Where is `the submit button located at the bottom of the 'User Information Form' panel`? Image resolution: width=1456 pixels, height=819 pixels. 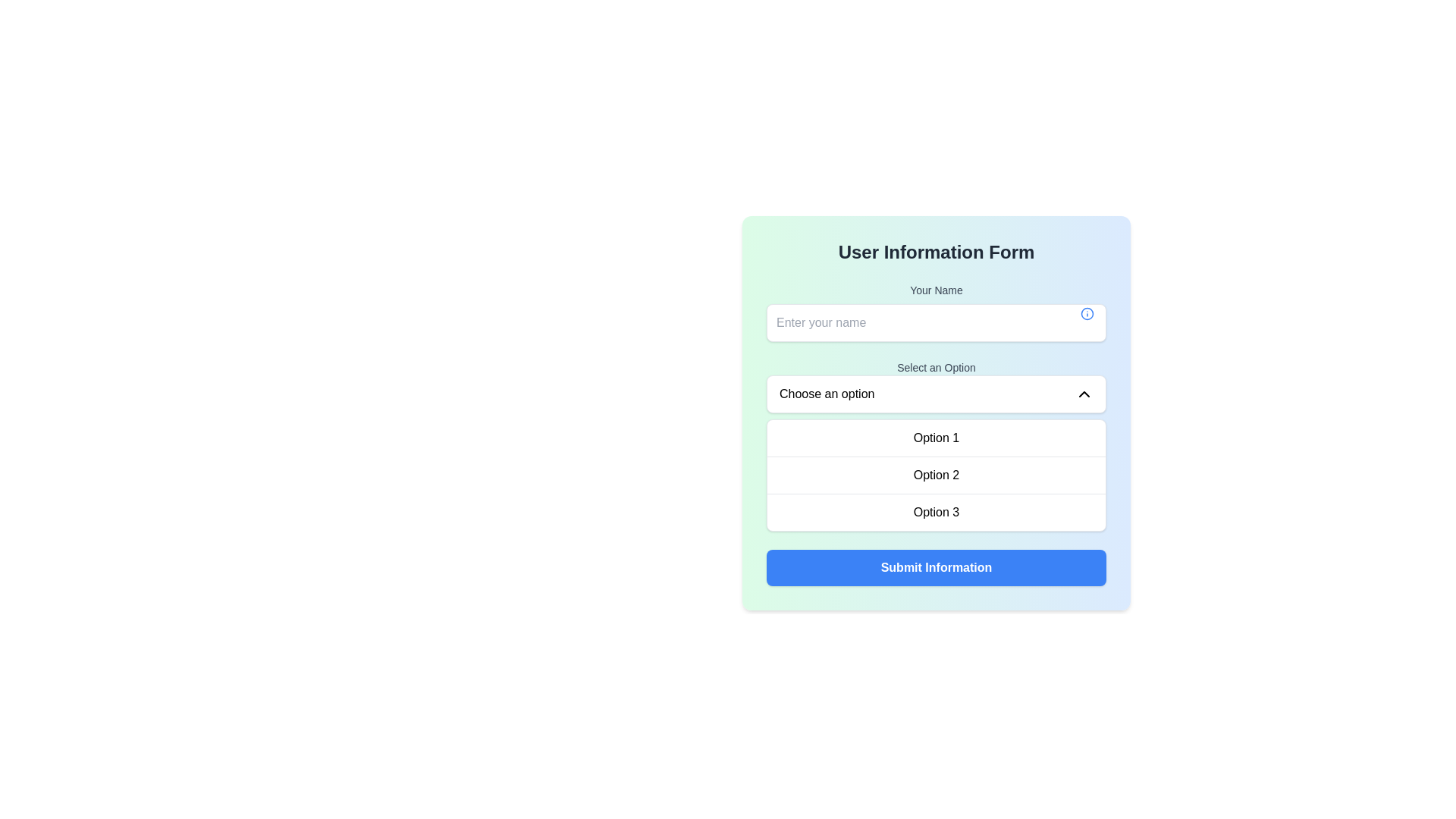
the submit button located at the bottom of the 'User Information Form' panel is located at coordinates (935, 567).